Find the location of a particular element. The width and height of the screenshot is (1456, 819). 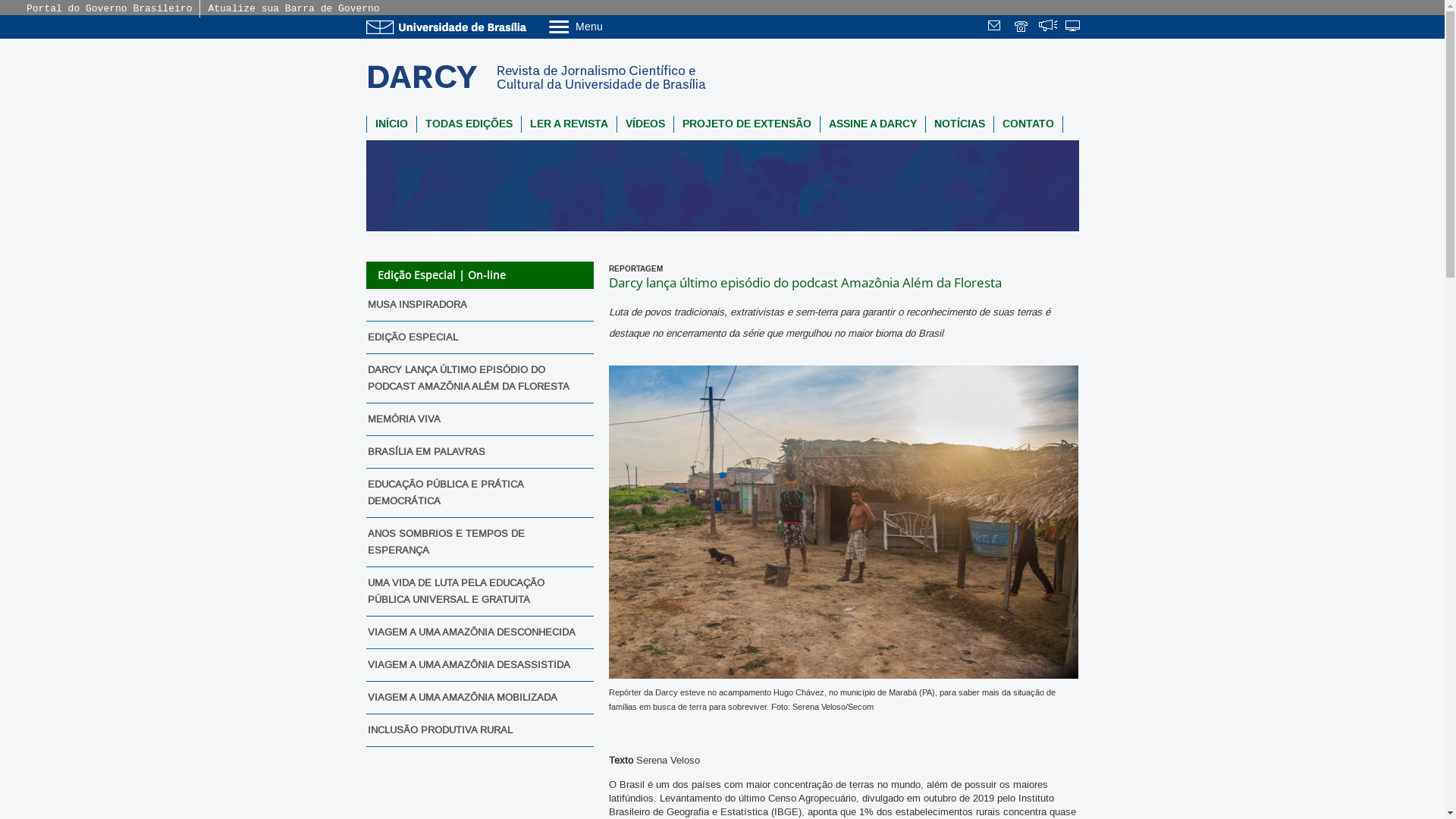

'Webmail' is located at coordinates (996, 27).